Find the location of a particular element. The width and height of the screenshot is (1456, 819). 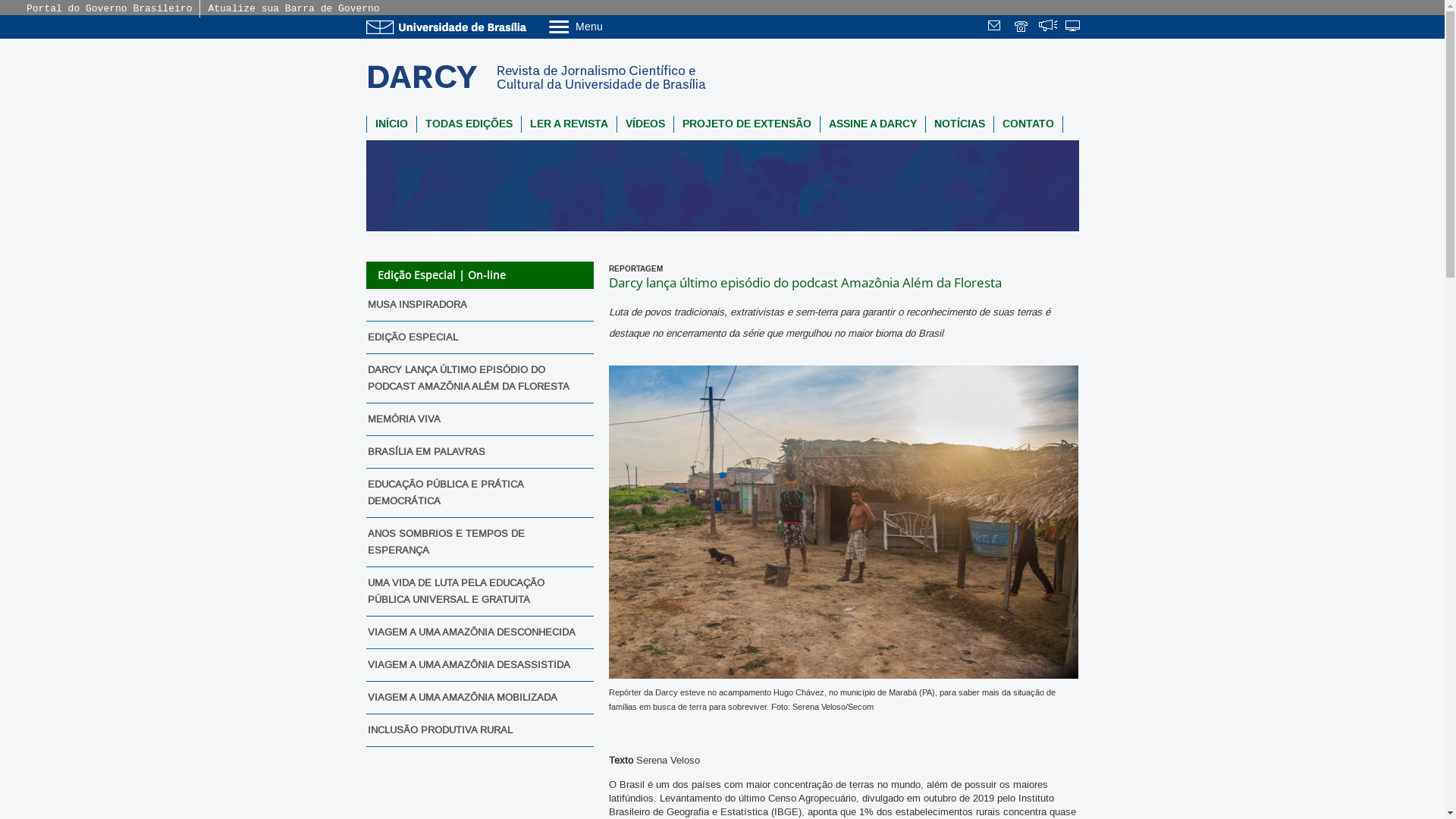

'Webmail' is located at coordinates (996, 27).